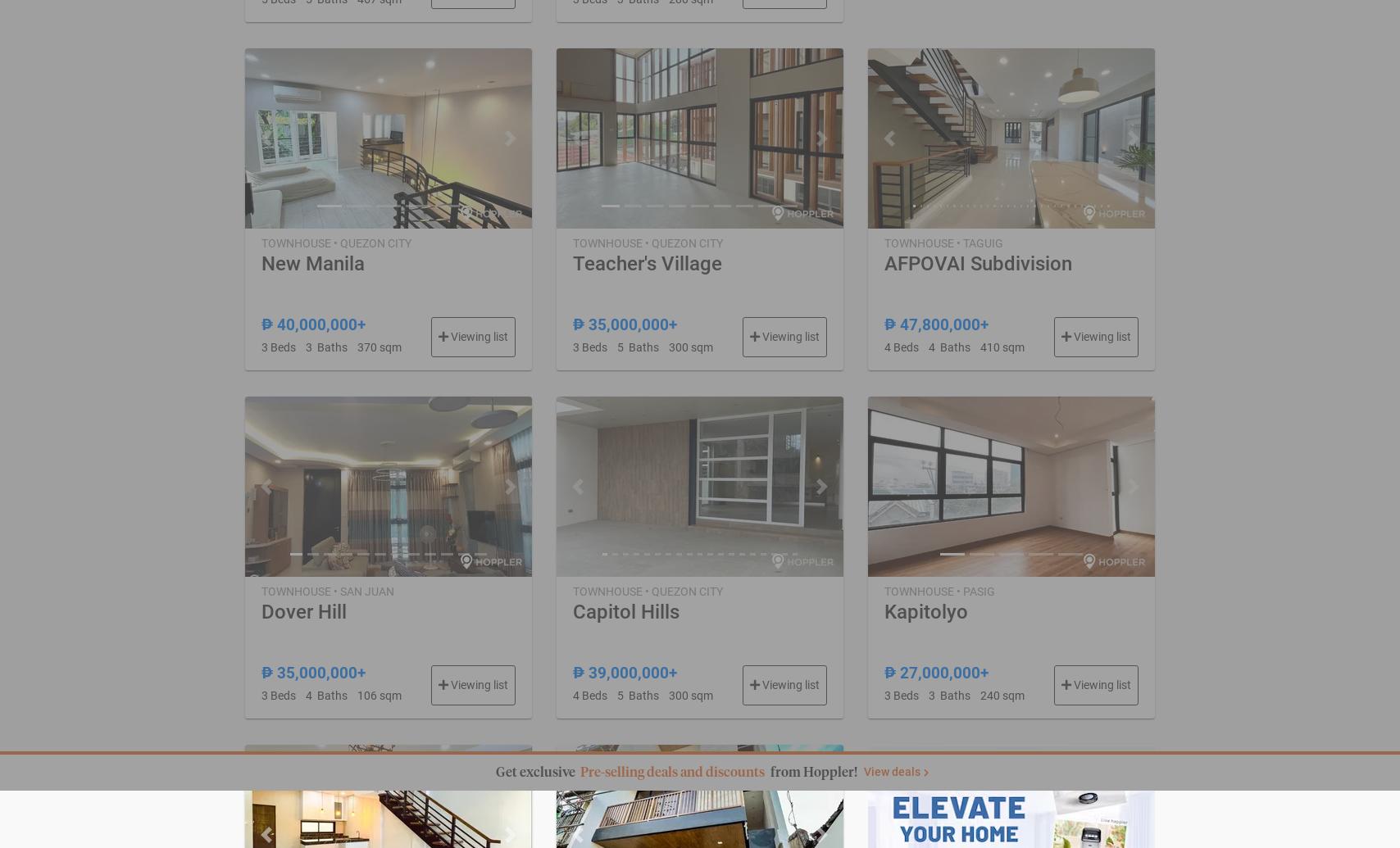  Describe the element at coordinates (261, 589) in the screenshot. I see `'Townhouse • San Juan'` at that location.